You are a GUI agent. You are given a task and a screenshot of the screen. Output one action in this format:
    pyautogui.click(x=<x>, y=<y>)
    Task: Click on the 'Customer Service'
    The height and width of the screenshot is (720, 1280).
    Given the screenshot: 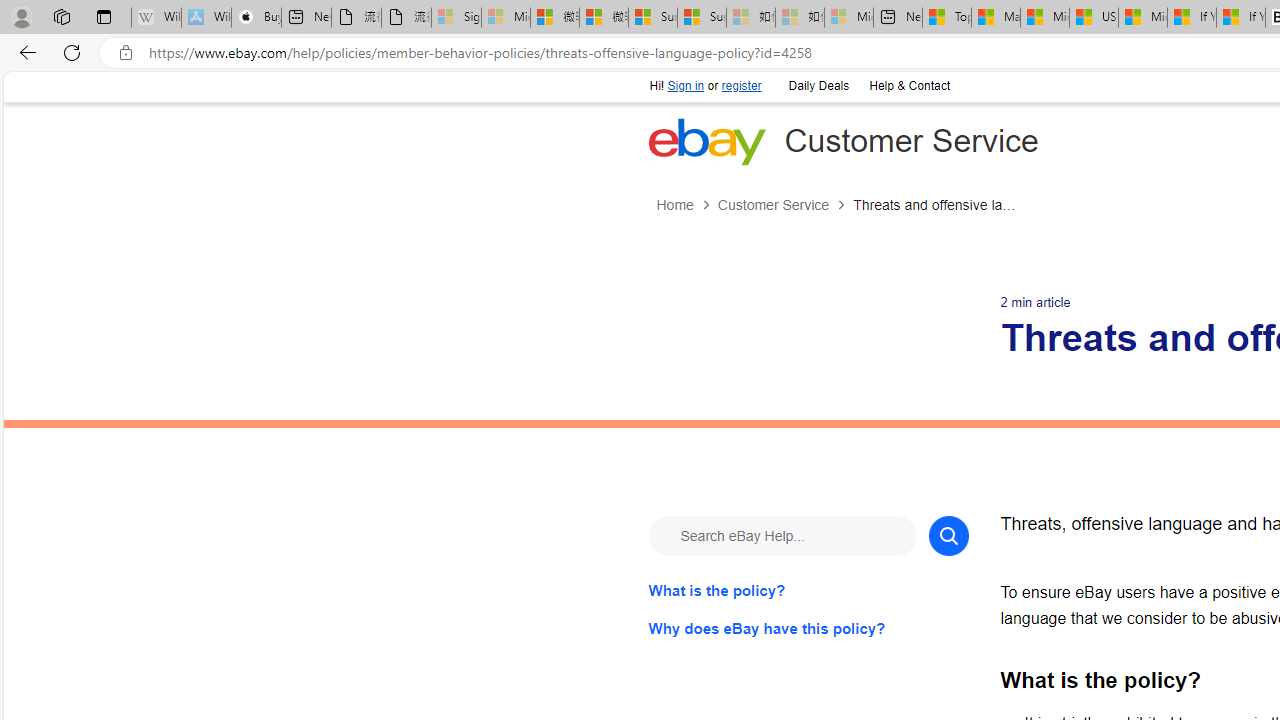 What is the action you would take?
    pyautogui.click(x=772, y=205)
    